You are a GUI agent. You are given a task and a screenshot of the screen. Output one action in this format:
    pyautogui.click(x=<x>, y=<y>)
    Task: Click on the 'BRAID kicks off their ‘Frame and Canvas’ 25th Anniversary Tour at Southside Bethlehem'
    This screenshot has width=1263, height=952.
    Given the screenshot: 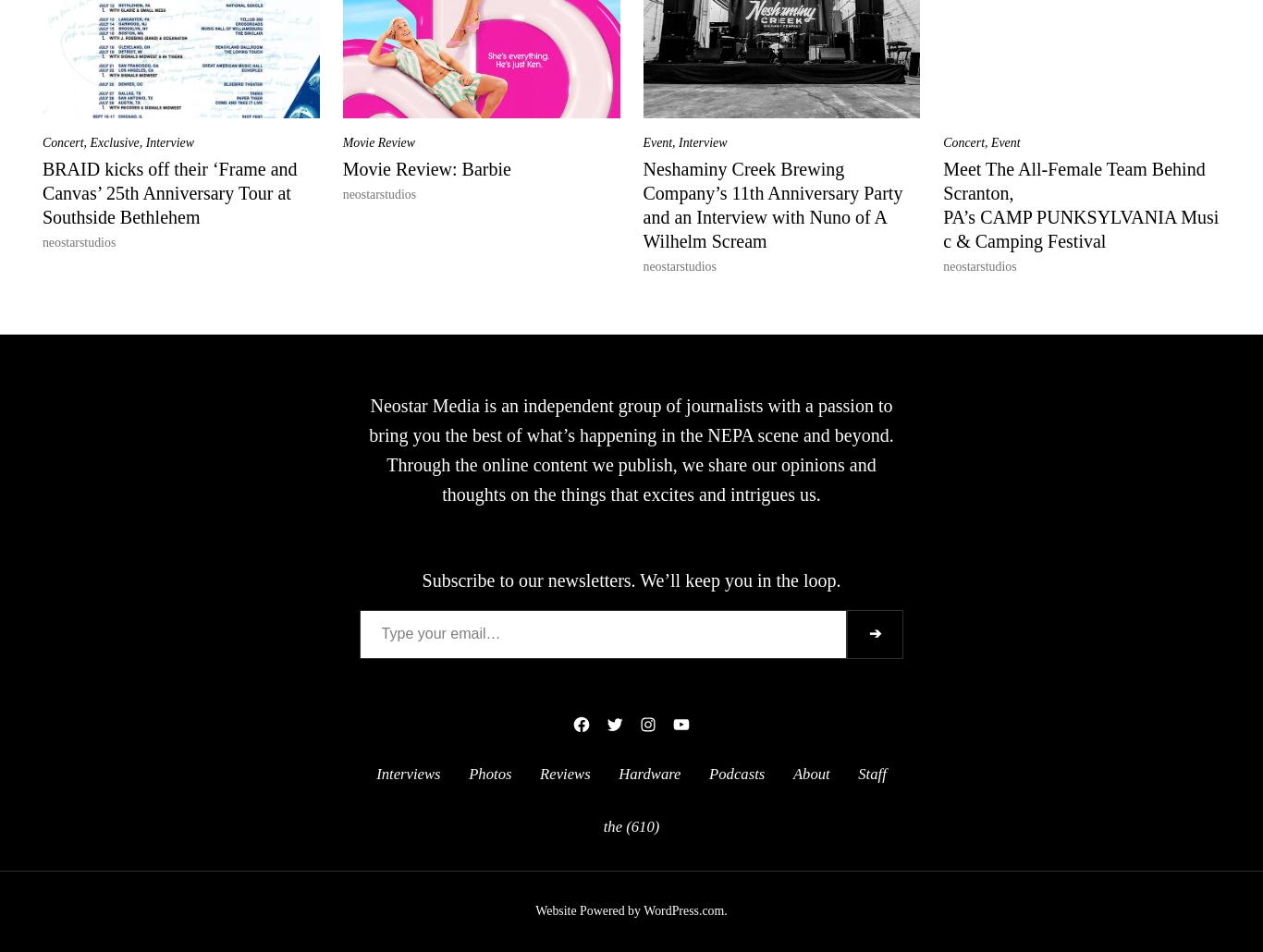 What is the action you would take?
    pyautogui.click(x=41, y=192)
    